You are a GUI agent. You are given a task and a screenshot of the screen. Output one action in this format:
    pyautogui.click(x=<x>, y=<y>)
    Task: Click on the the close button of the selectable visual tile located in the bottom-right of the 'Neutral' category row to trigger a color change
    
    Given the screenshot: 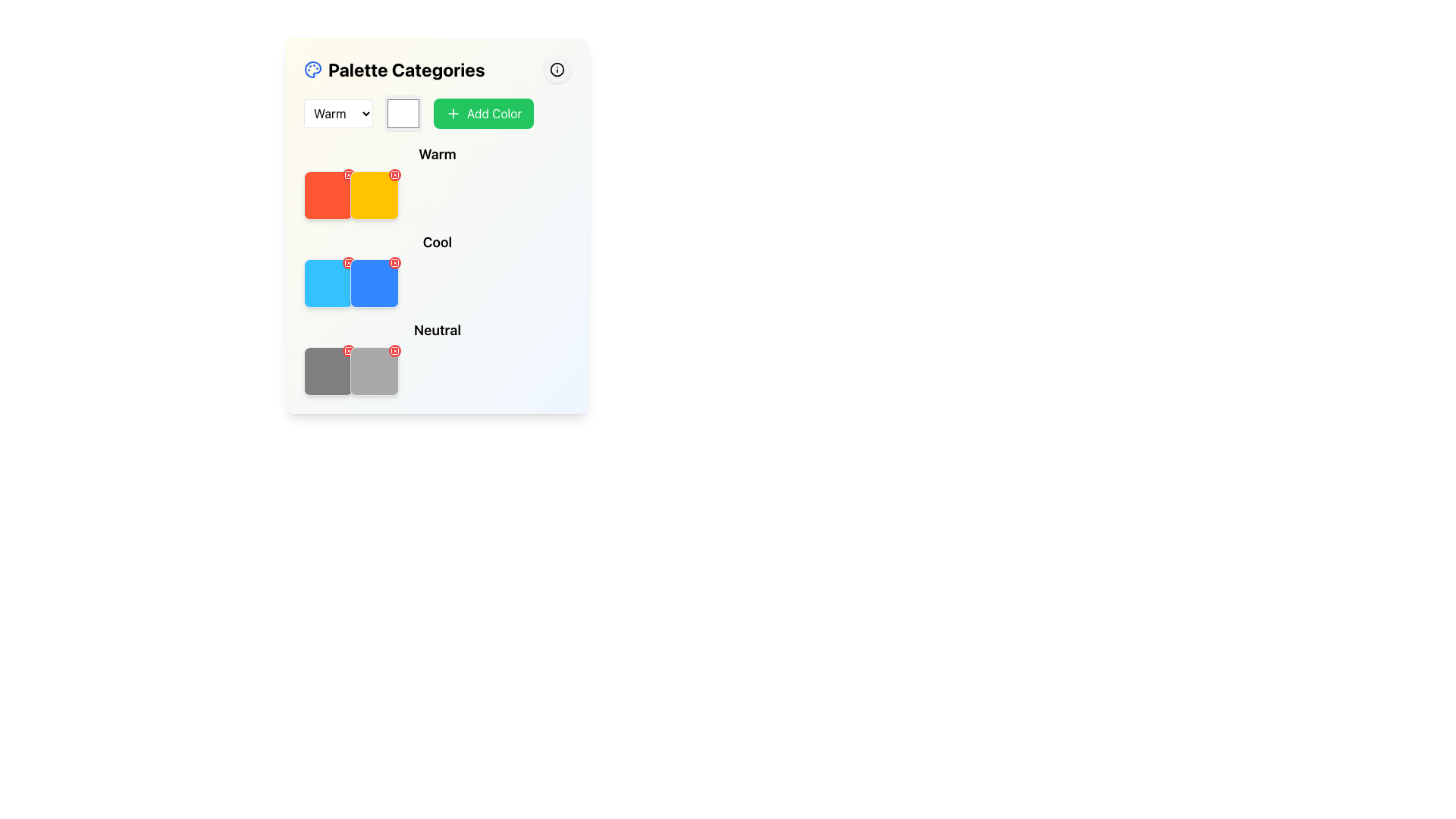 What is the action you would take?
    pyautogui.click(x=375, y=371)
    